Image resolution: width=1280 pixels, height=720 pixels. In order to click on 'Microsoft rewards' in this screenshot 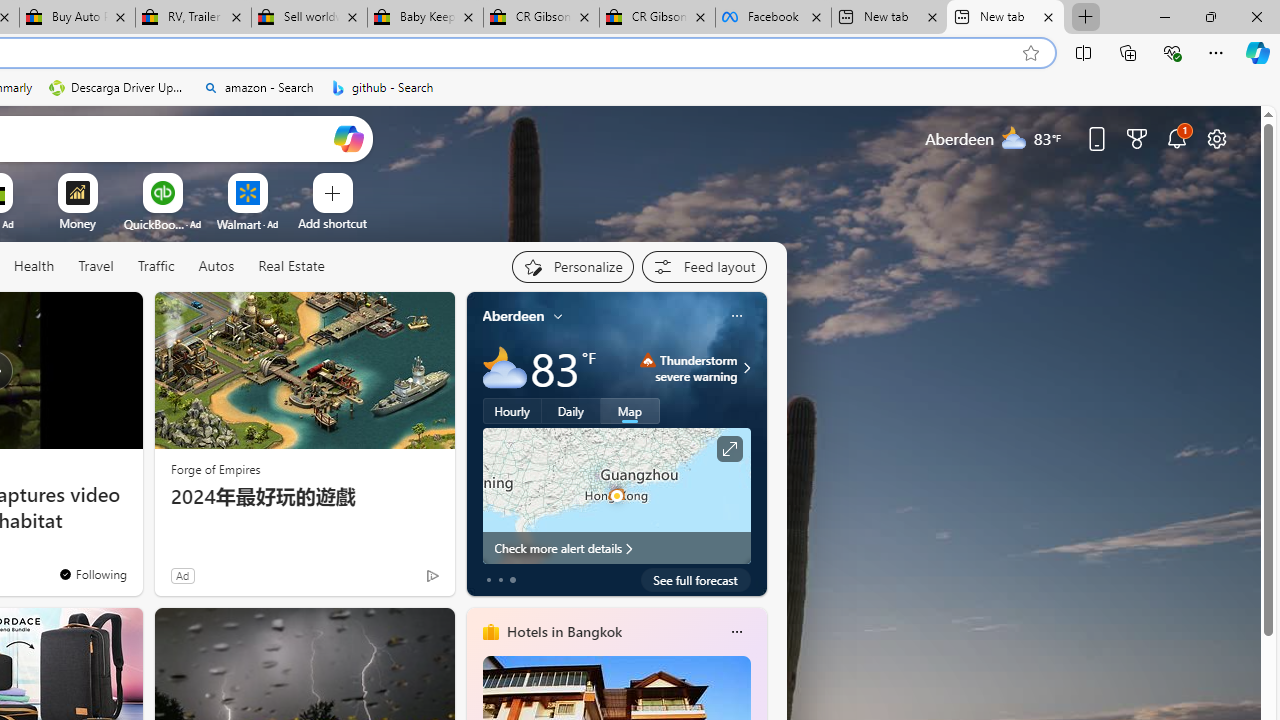, I will do `click(1137, 137)`.